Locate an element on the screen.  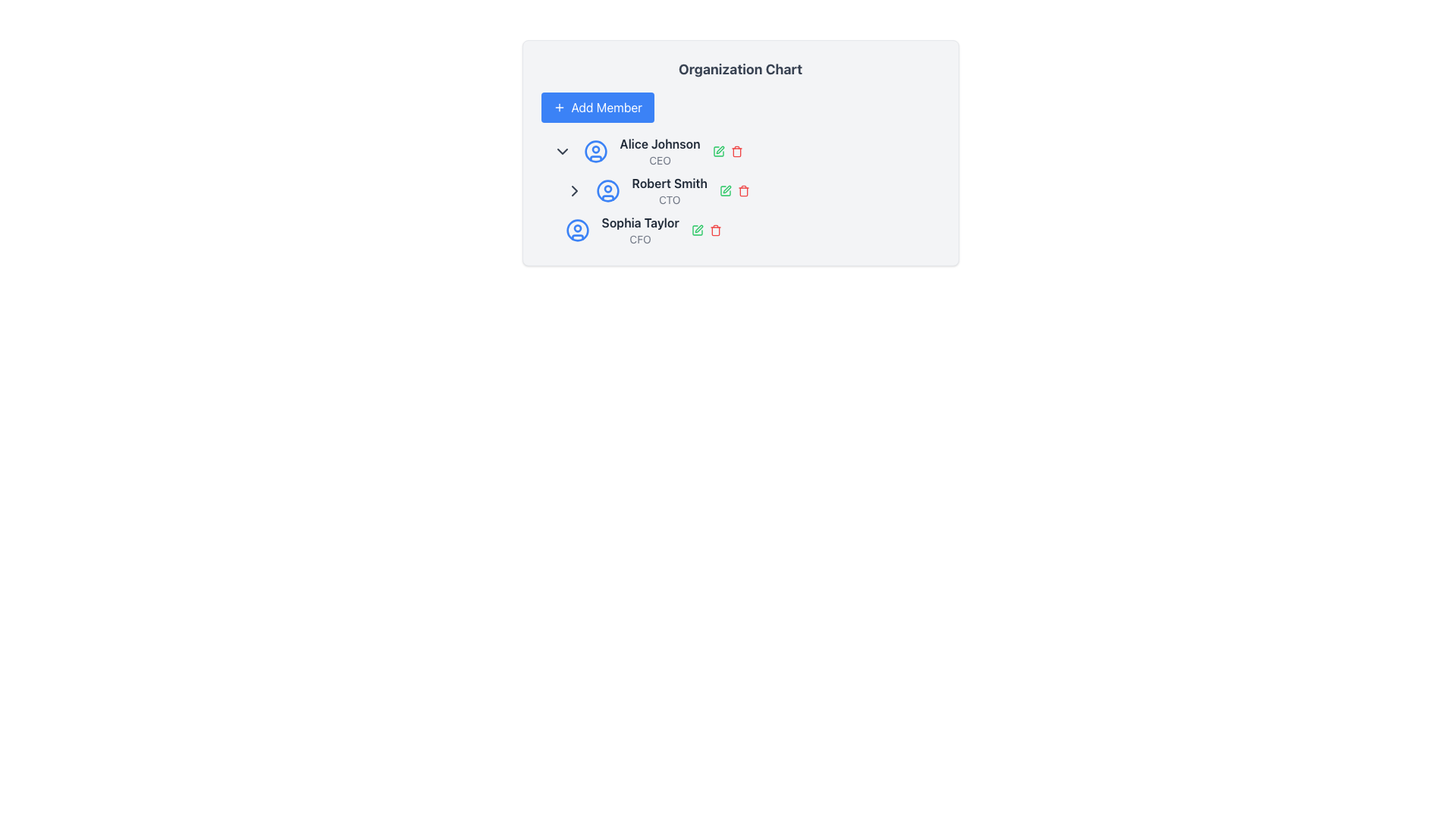
the user icon with blue accents located in the second row of the organization chart, adjacent is located at coordinates (607, 190).